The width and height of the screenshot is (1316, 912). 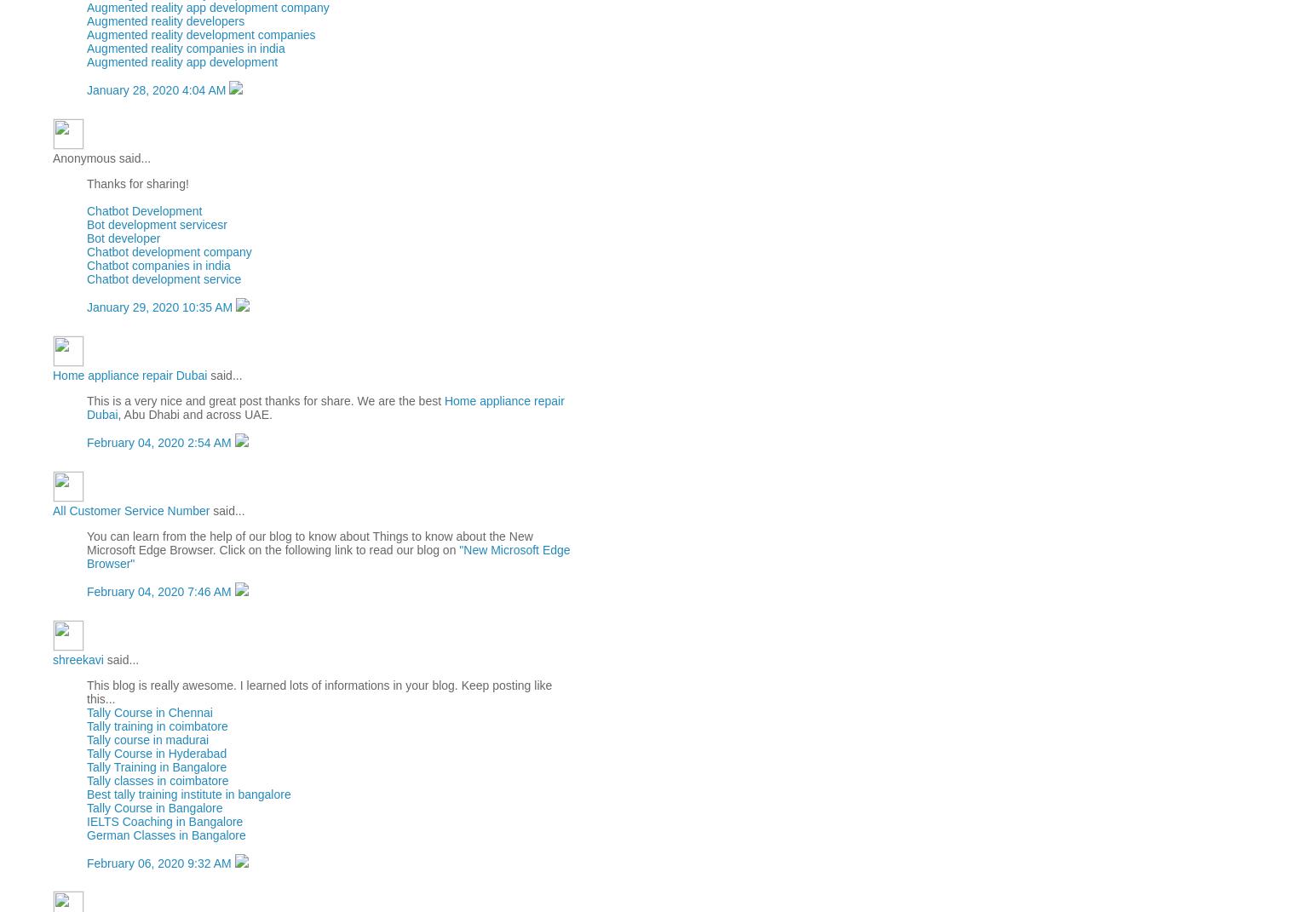 What do you see at coordinates (85, 806) in the screenshot?
I see `'Tally Course in Bangalore'` at bounding box center [85, 806].